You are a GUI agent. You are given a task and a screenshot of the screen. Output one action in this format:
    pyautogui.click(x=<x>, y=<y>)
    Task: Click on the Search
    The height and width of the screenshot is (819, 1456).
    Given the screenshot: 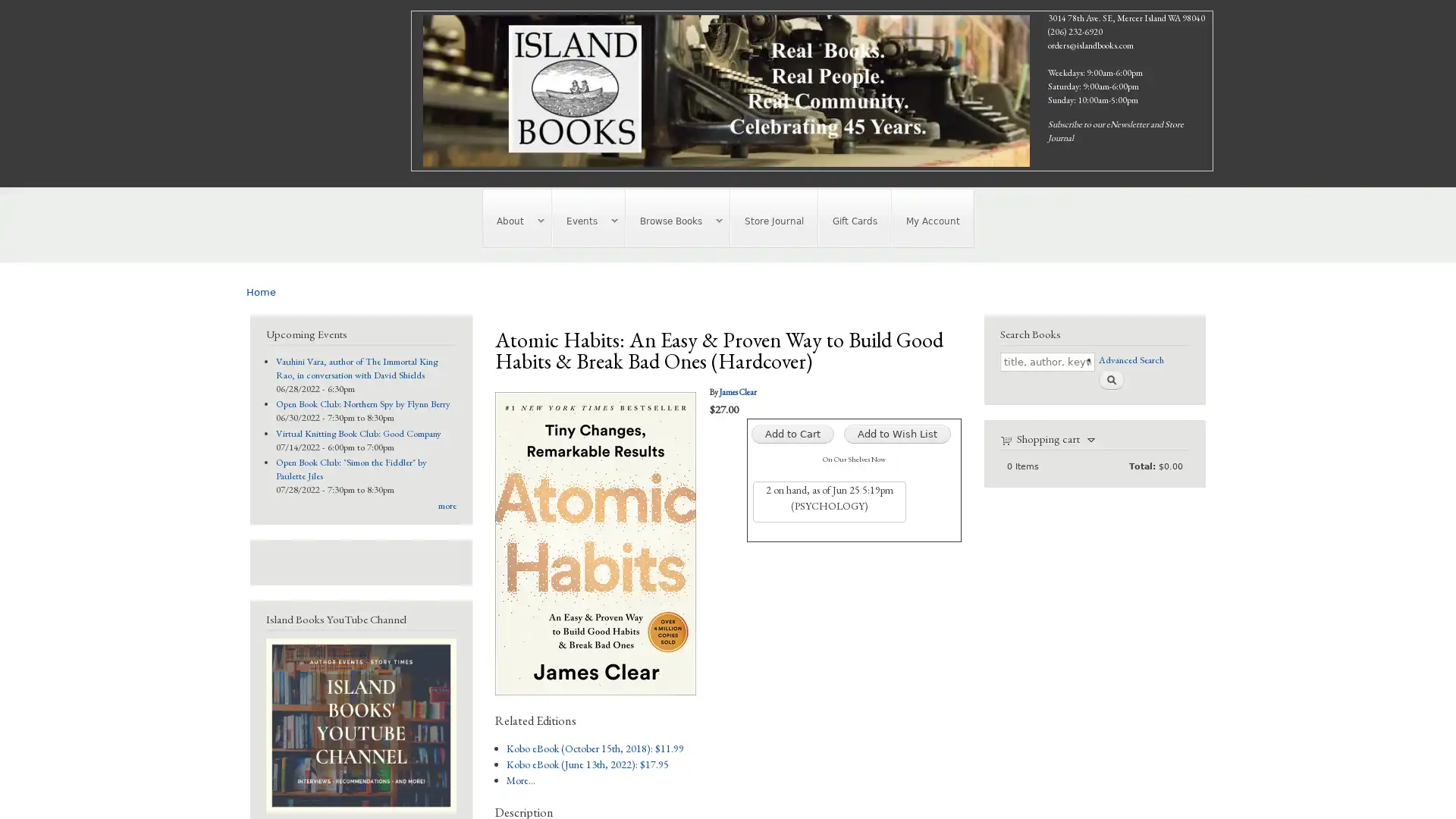 What is the action you would take?
    pyautogui.click(x=1110, y=378)
    